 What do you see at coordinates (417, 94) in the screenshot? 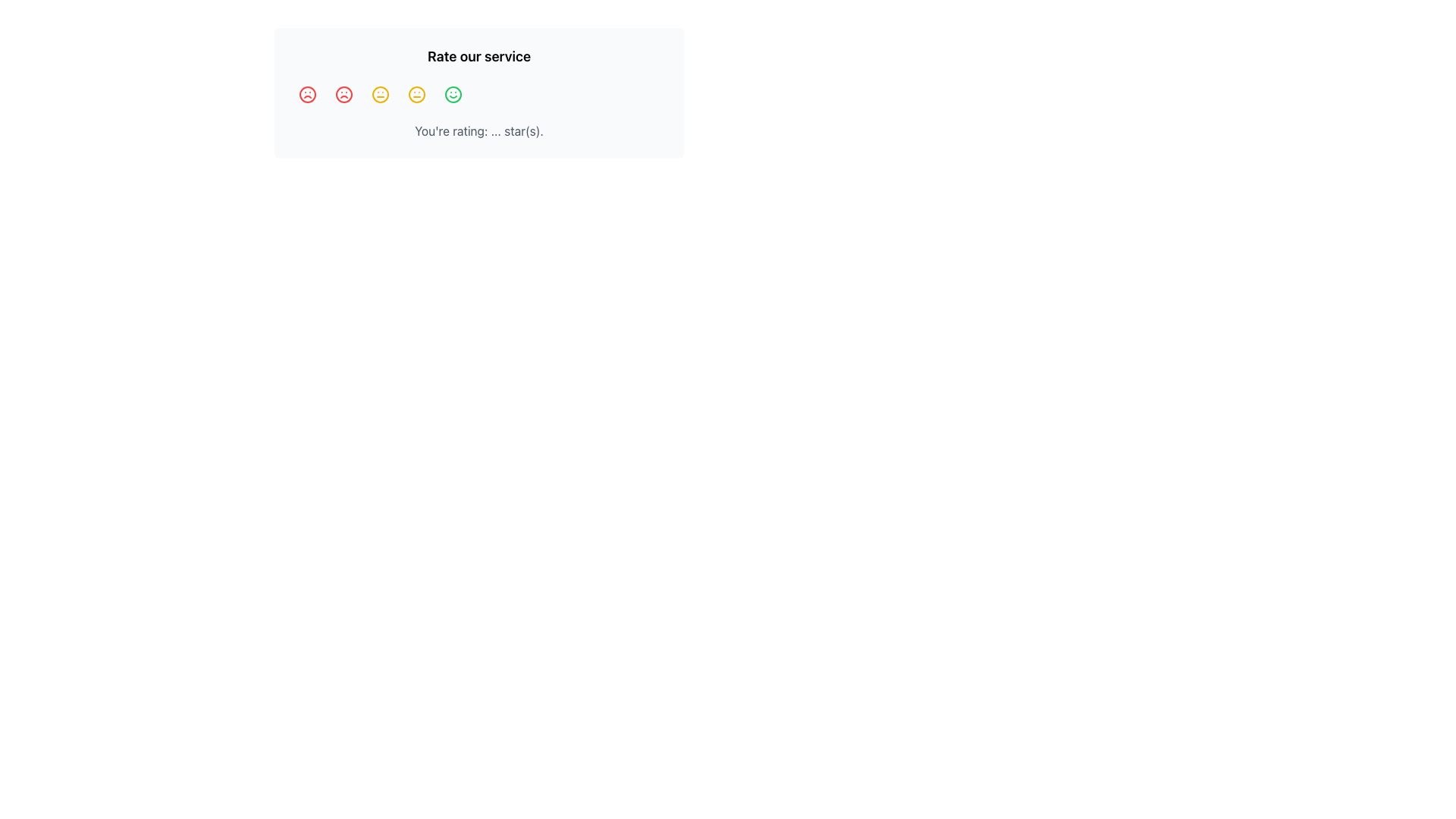
I see `the circular button featuring a meh face icon styled in yellow` at bounding box center [417, 94].